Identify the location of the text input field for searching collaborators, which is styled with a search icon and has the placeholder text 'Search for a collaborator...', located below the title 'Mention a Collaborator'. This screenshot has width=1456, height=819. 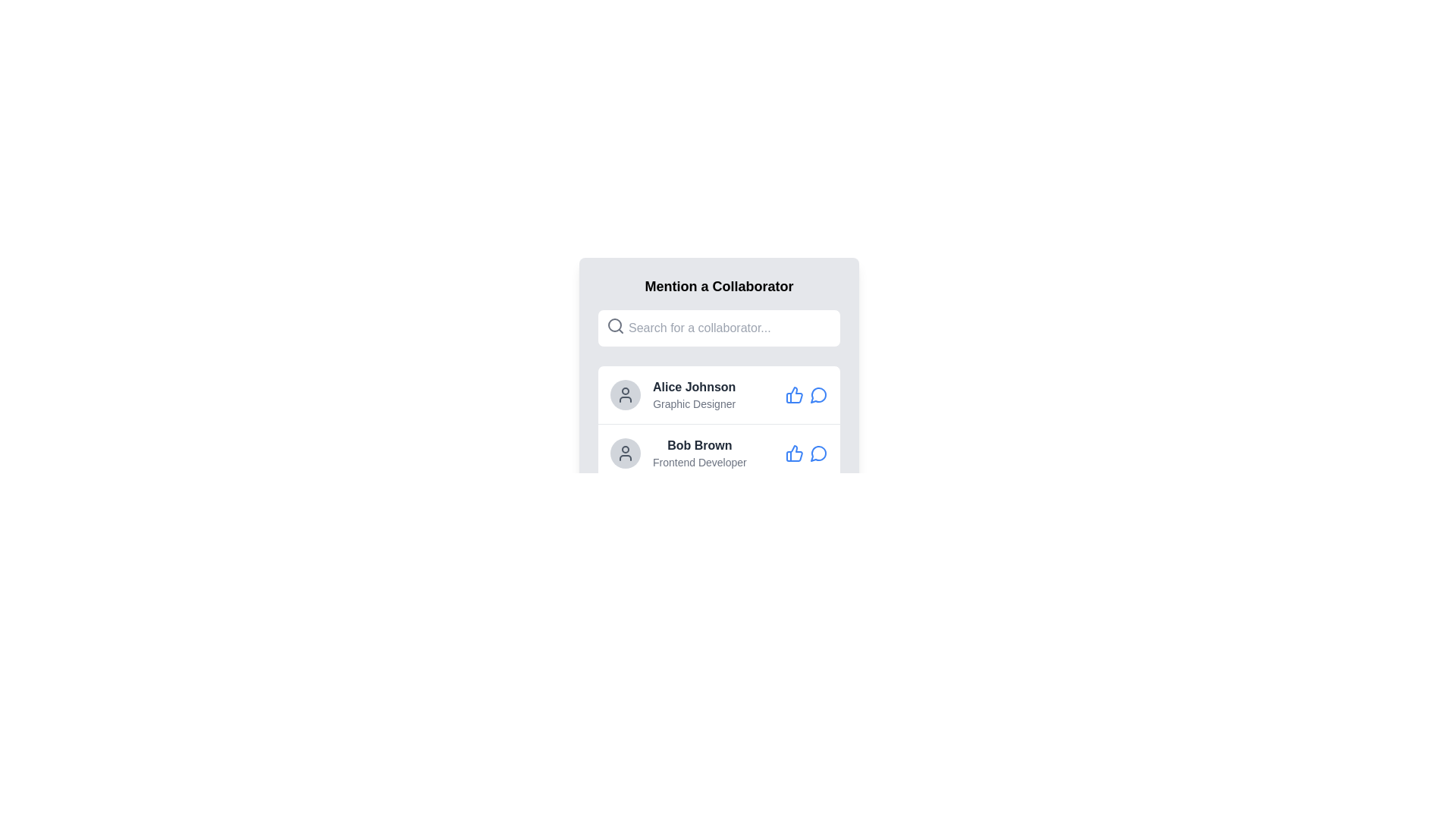
(718, 327).